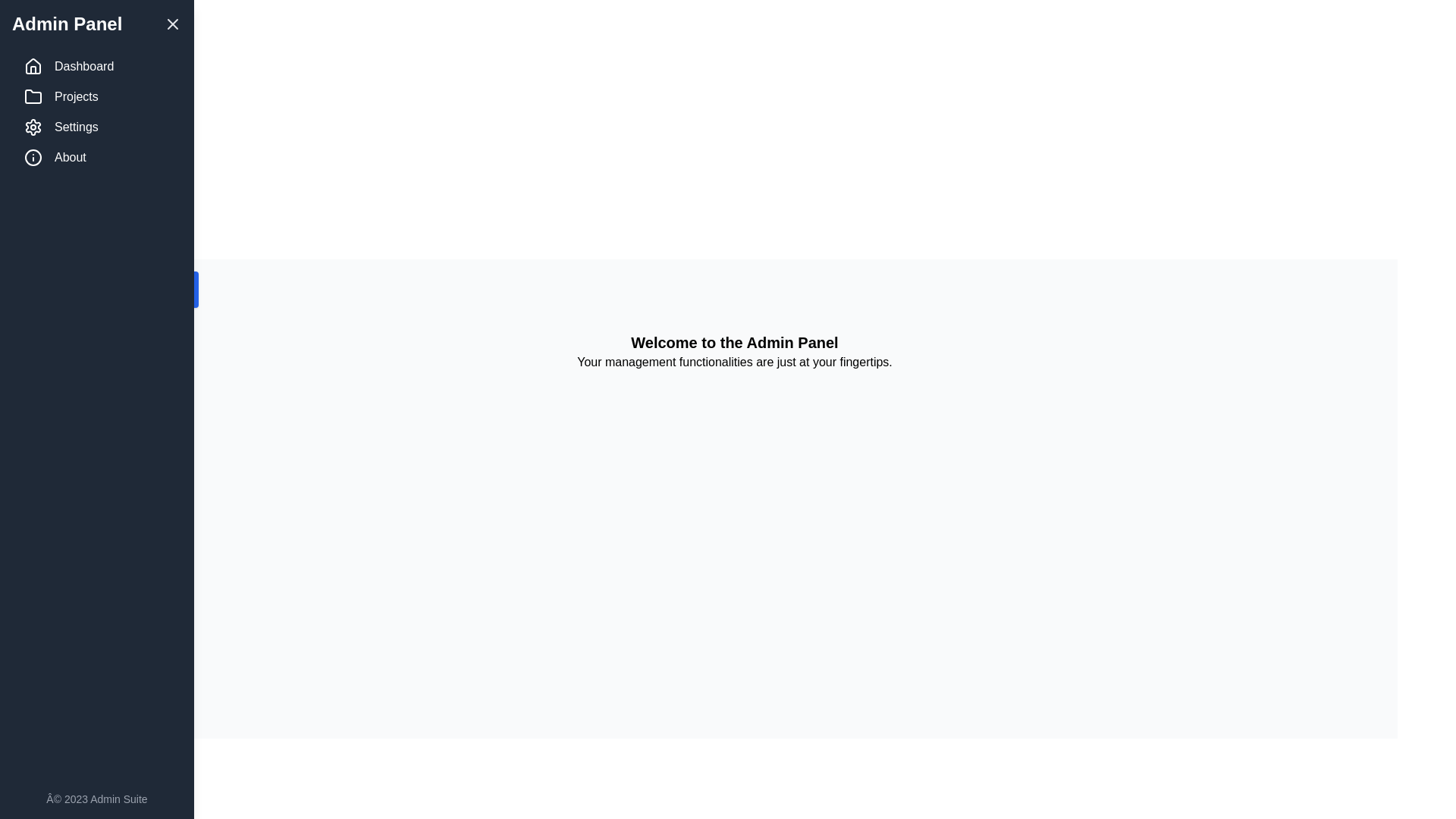 The image size is (1456, 819). What do you see at coordinates (735, 342) in the screenshot?
I see `text element displaying 'Welcome to the Admin Panel', which is a prominent title centered above additional text on a light background` at bounding box center [735, 342].